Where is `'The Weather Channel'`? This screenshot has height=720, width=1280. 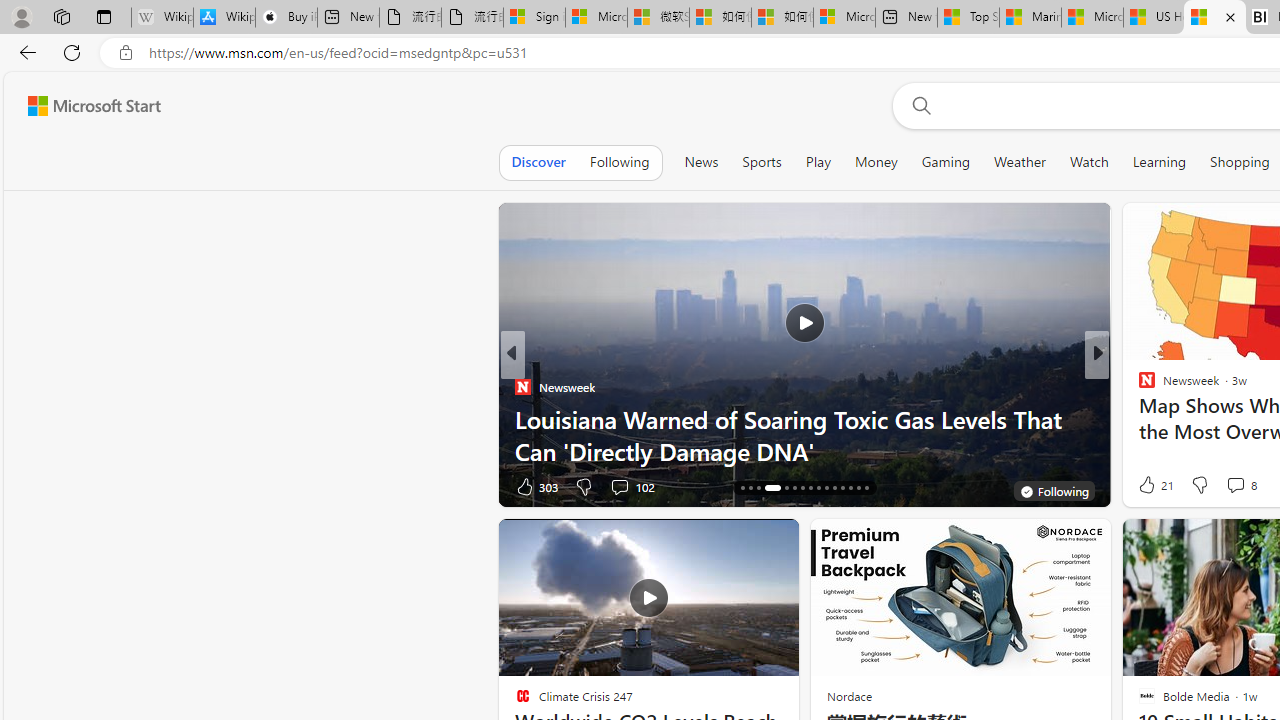
'The Weather Channel' is located at coordinates (1138, 387).